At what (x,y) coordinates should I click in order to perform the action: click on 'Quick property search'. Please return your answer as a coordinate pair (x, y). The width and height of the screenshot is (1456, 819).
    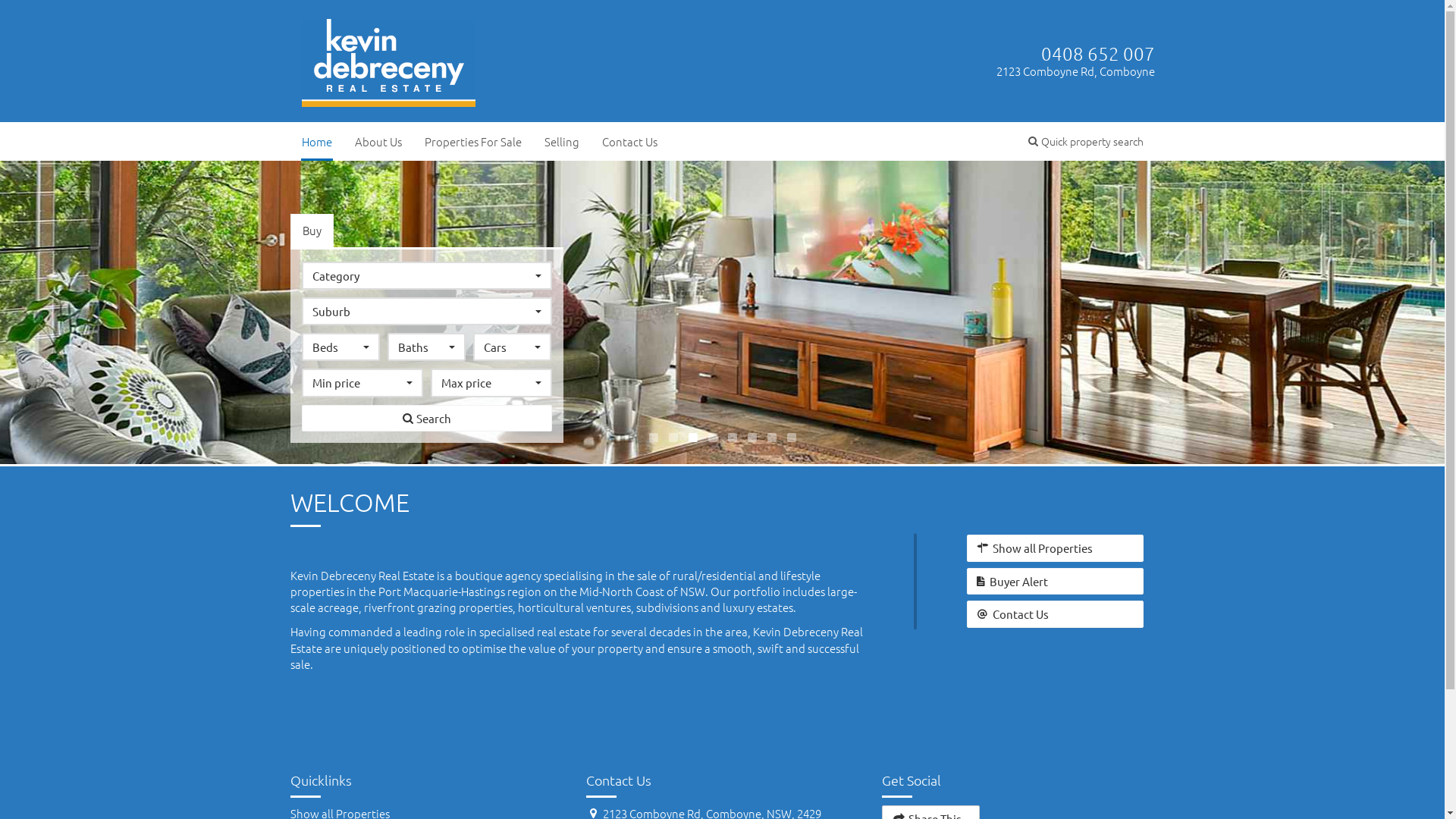
    Looking at the image, I should click on (1084, 140).